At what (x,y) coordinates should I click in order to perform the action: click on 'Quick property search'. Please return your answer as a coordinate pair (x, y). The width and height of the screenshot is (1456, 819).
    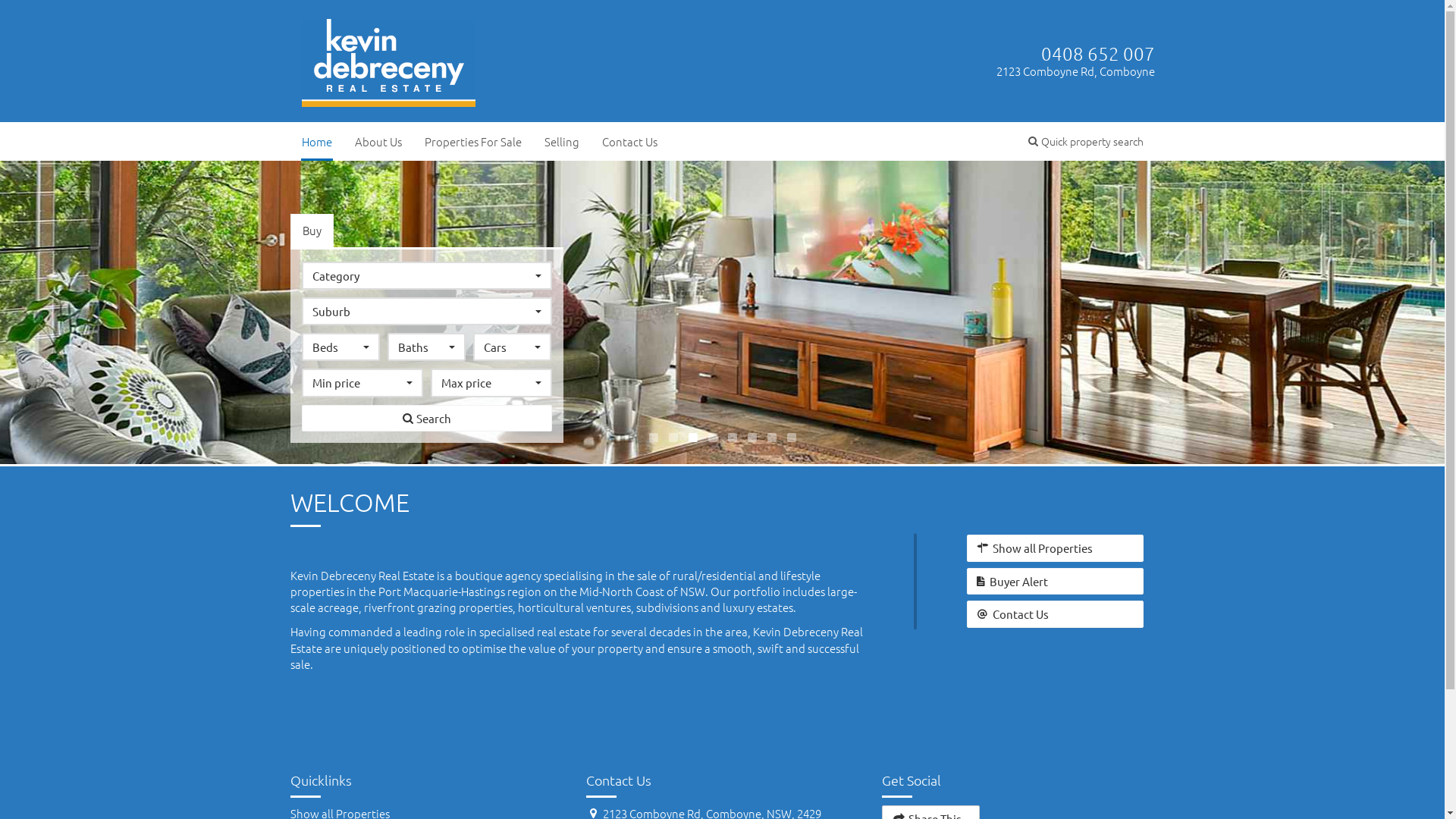
    Looking at the image, I should click on (1084, 140).